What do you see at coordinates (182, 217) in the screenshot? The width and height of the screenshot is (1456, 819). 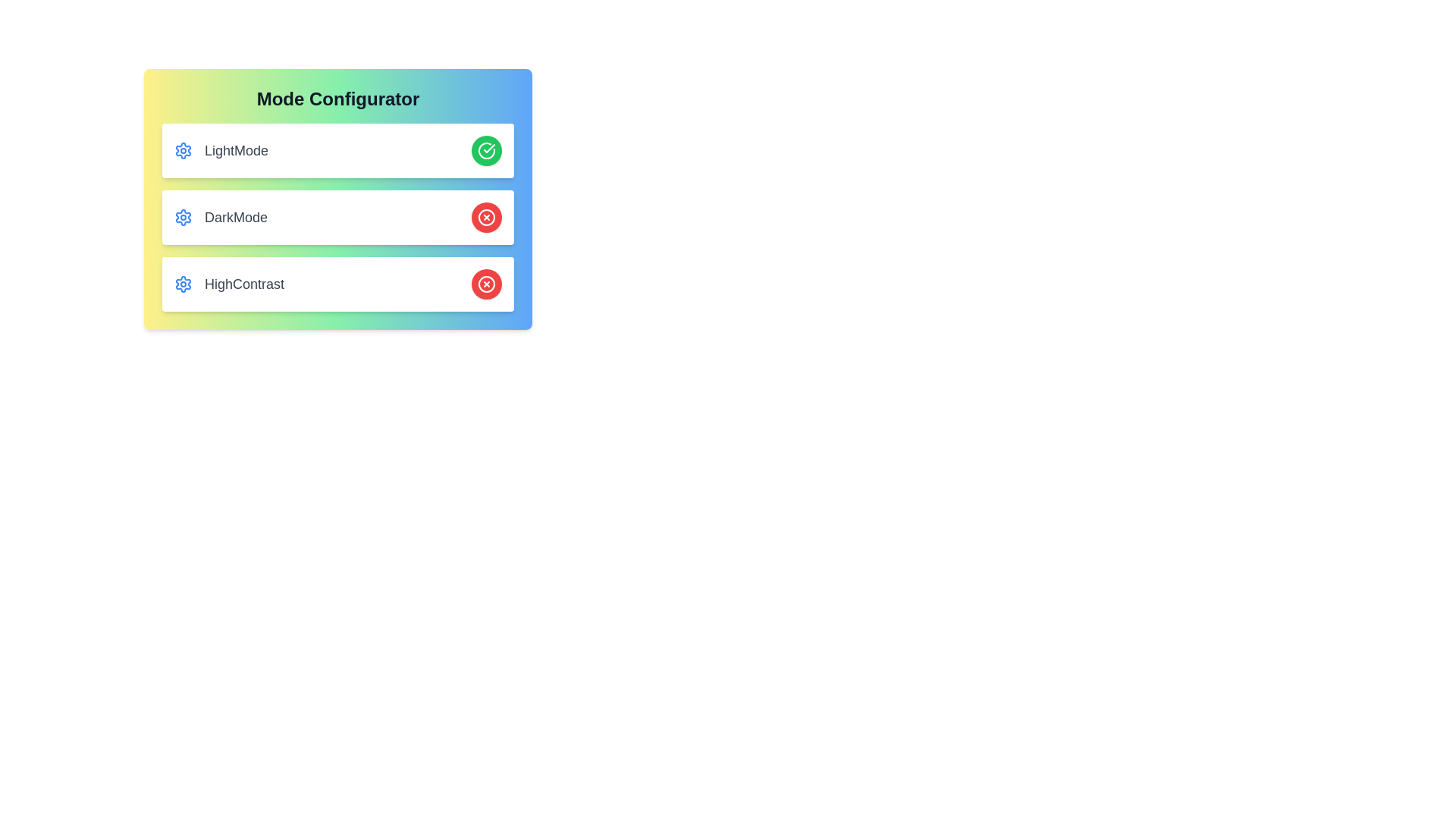 I see `the settings icon for DarkMode` at bounding box center [182, 217].